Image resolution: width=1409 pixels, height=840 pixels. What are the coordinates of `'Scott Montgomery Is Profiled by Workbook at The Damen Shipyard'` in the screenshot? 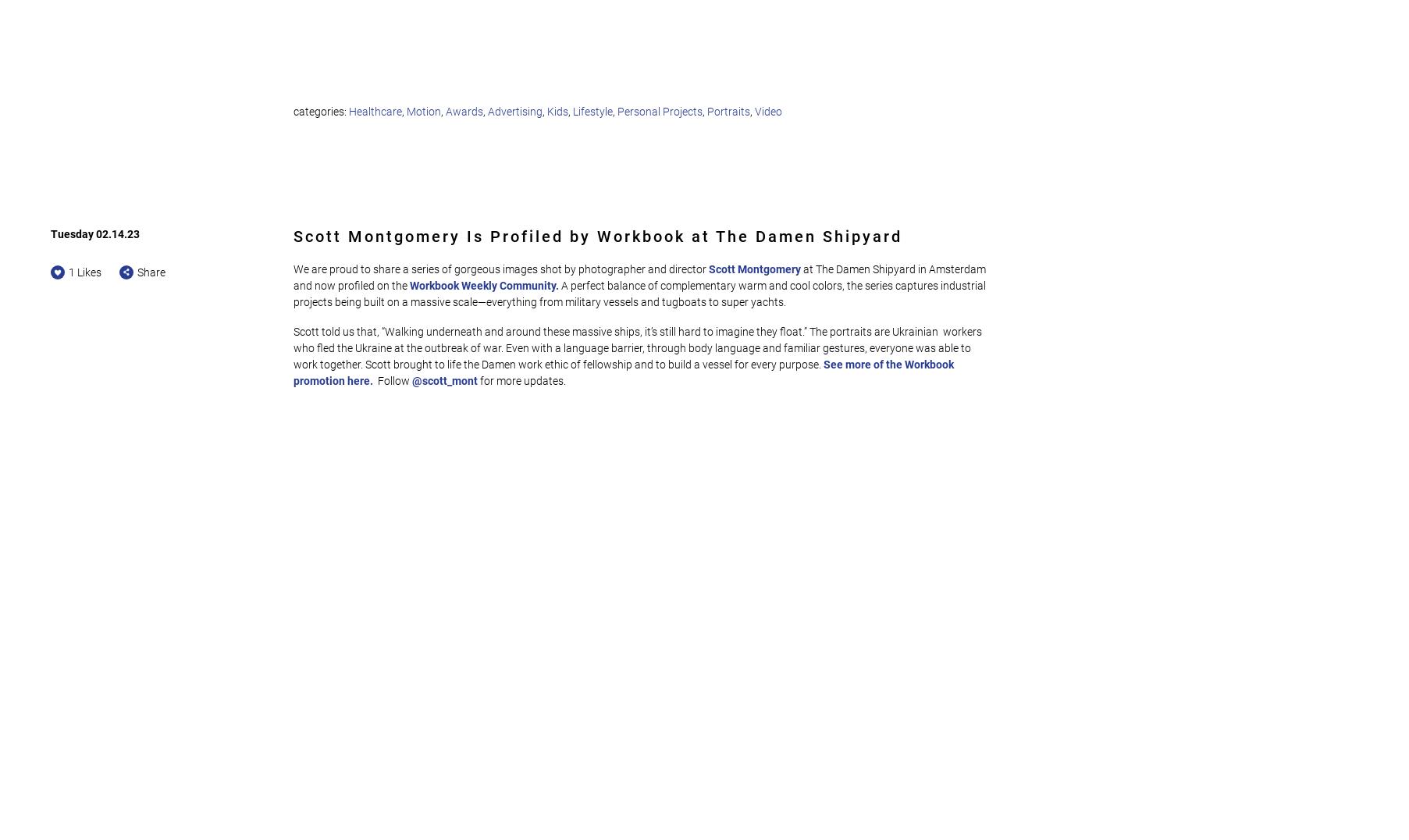 It's located at (598, 235).